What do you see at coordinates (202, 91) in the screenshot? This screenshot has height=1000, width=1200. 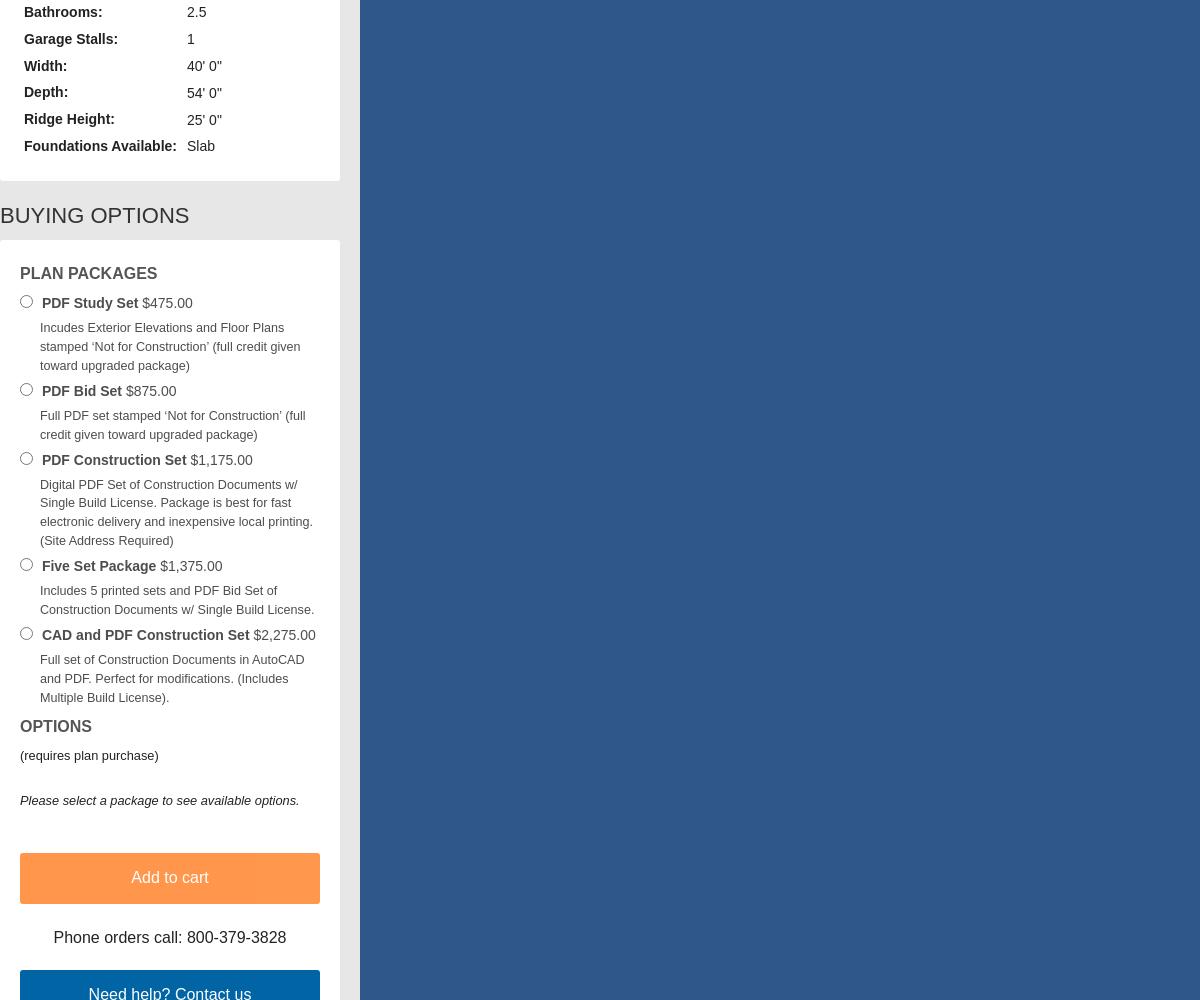 I see `'54' 0"'` at bounding box center [202, 91].